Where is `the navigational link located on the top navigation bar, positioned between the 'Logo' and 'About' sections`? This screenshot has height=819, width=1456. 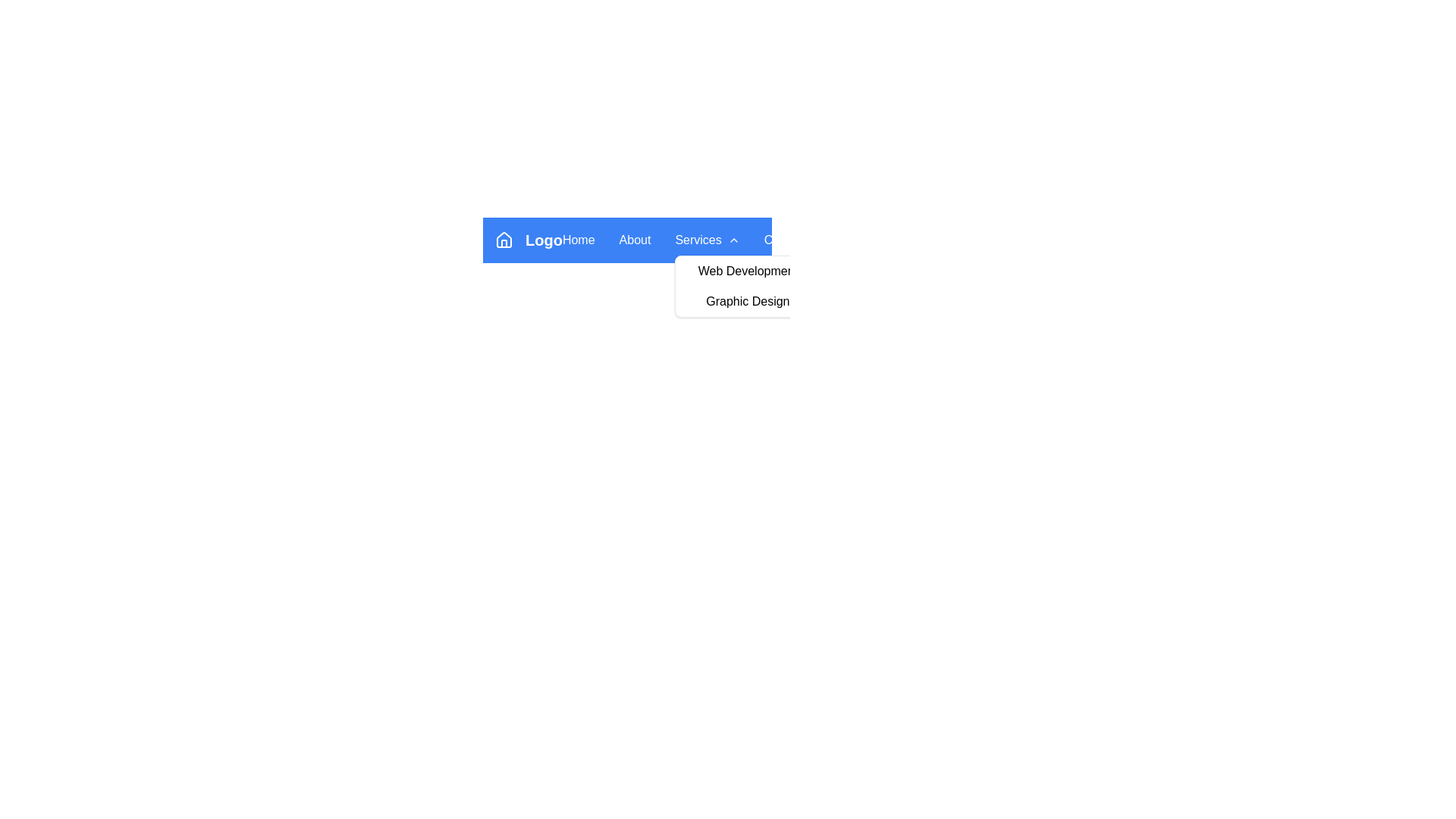 the navigational link located on the top navigation bar, positioned between the 'Logo' and 'About' sections is located at coordinates (578, 239).